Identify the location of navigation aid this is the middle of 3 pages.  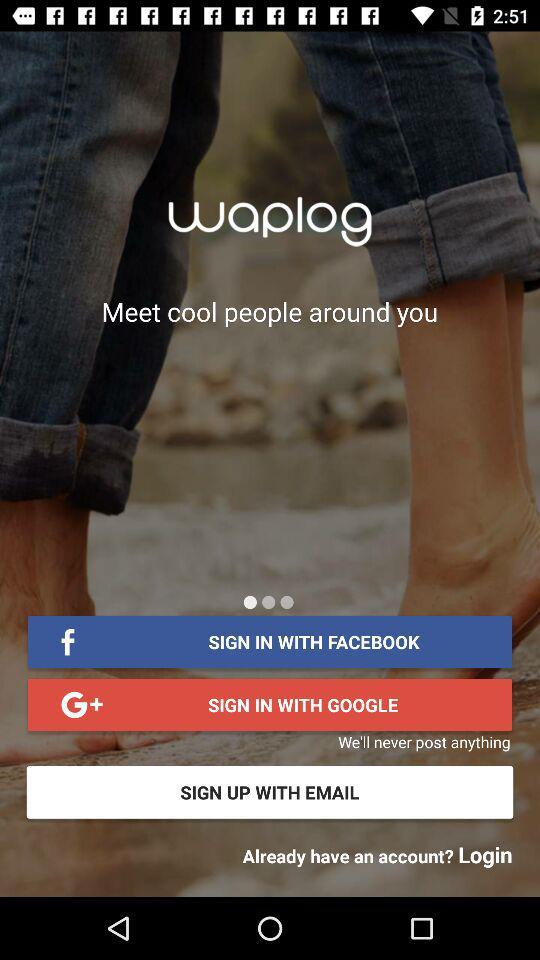
(268, 601).